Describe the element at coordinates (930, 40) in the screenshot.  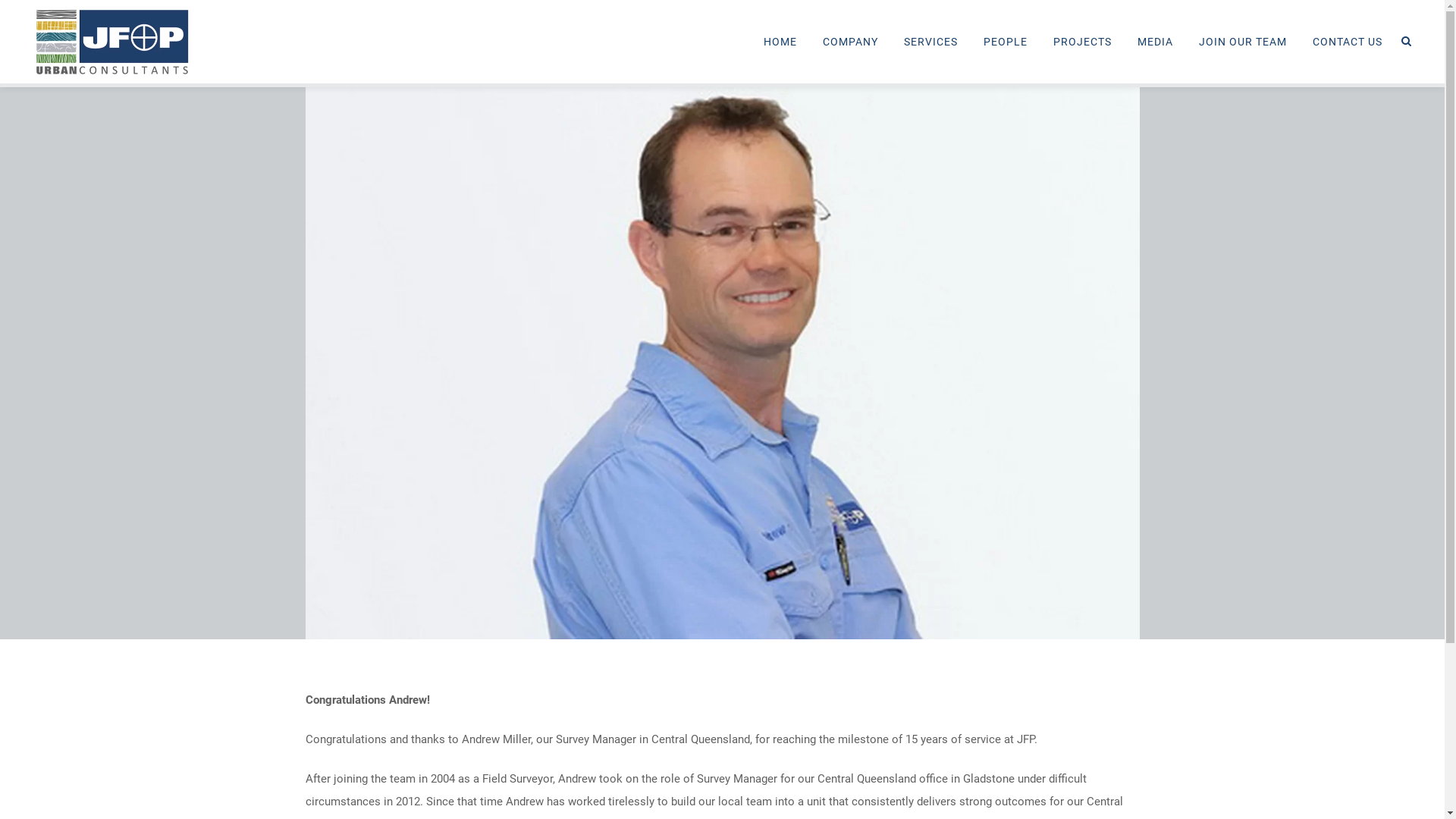
I see `'SERVICES'` at that location.